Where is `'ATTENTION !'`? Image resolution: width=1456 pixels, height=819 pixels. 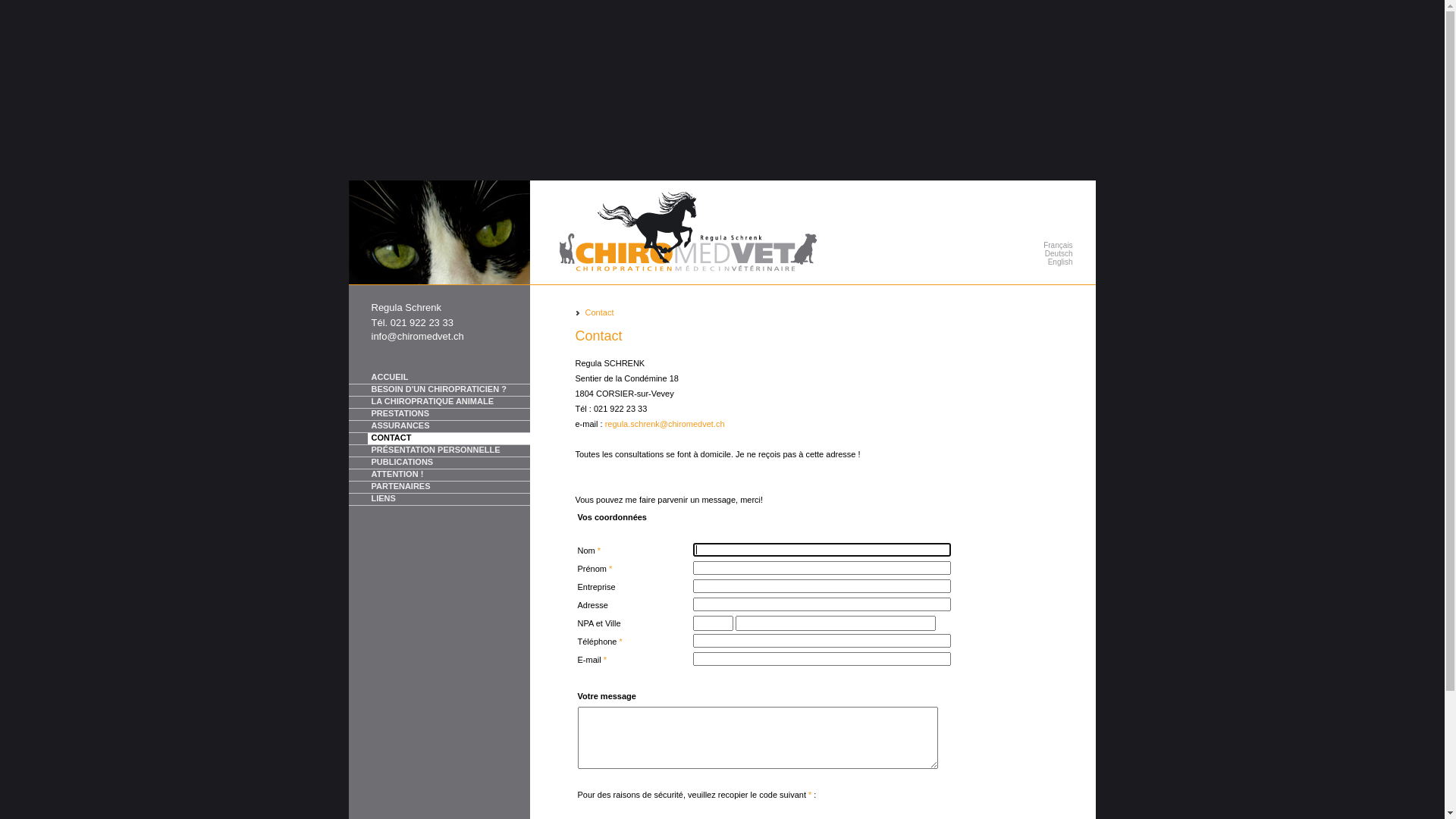
'ATTENTION !' is located at coordinates (348, 475).